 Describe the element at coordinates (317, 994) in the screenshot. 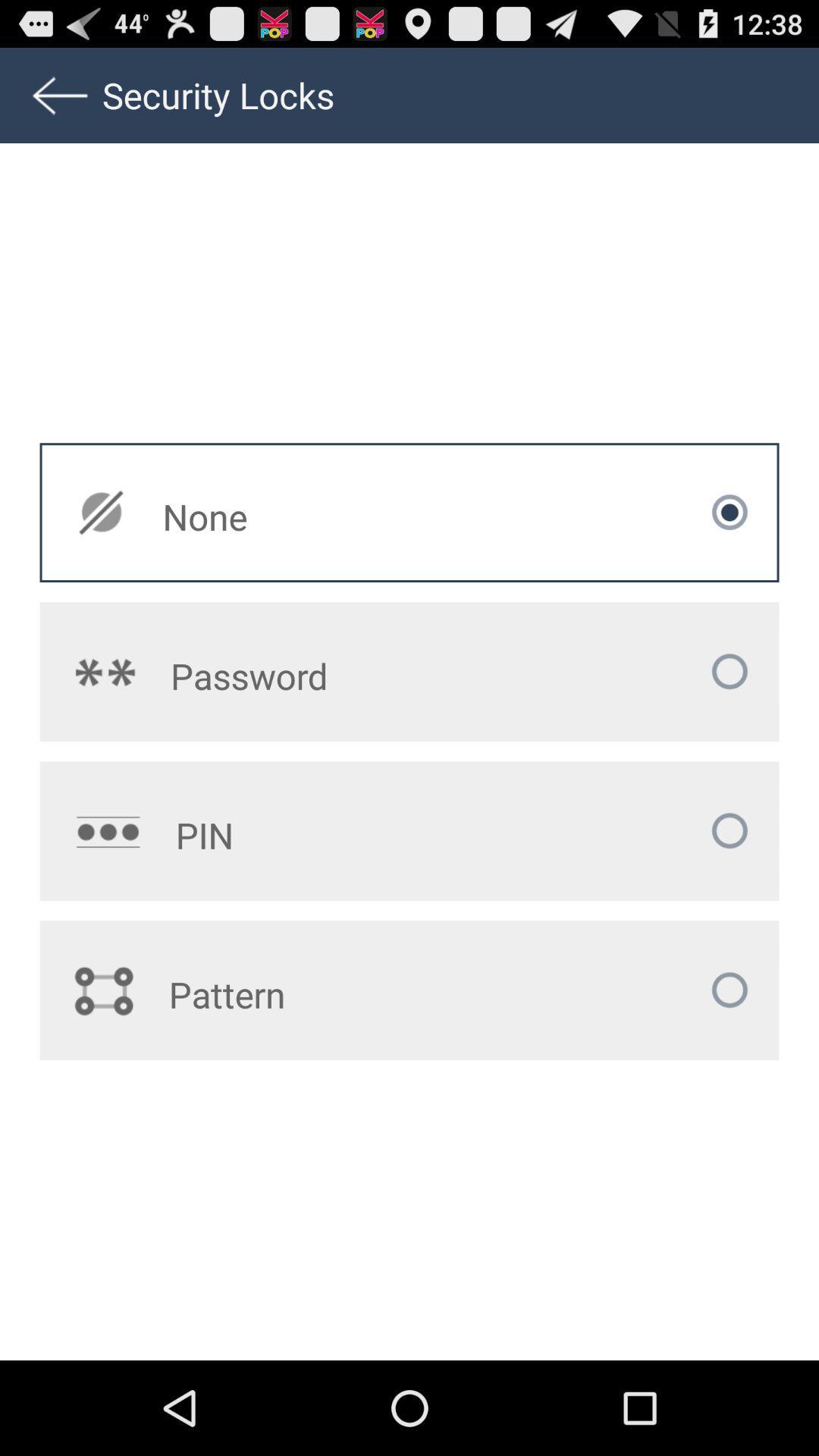

I see `pattern` at that location.